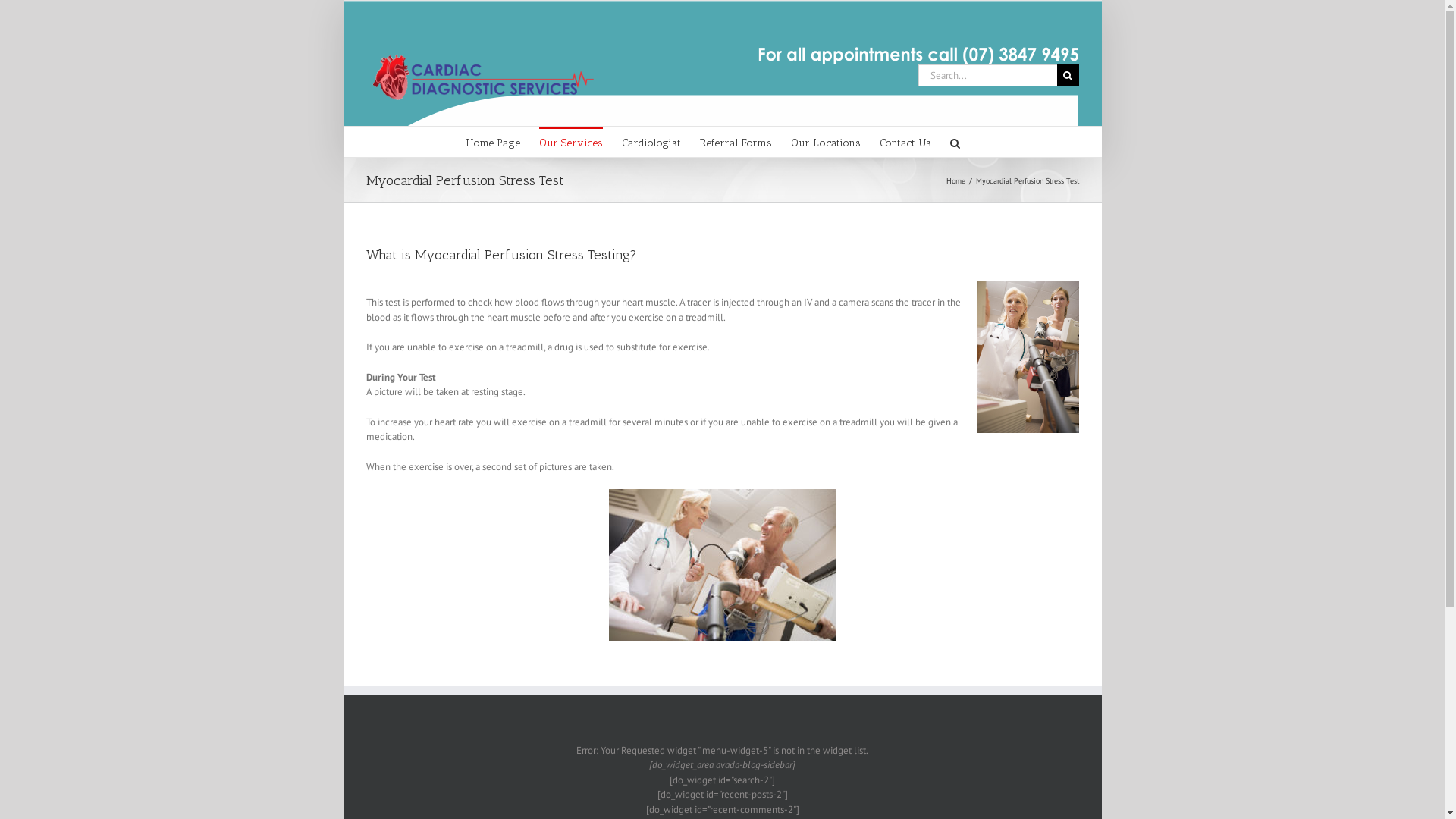  I want to click on 'Contact Us', so click(880, 141).